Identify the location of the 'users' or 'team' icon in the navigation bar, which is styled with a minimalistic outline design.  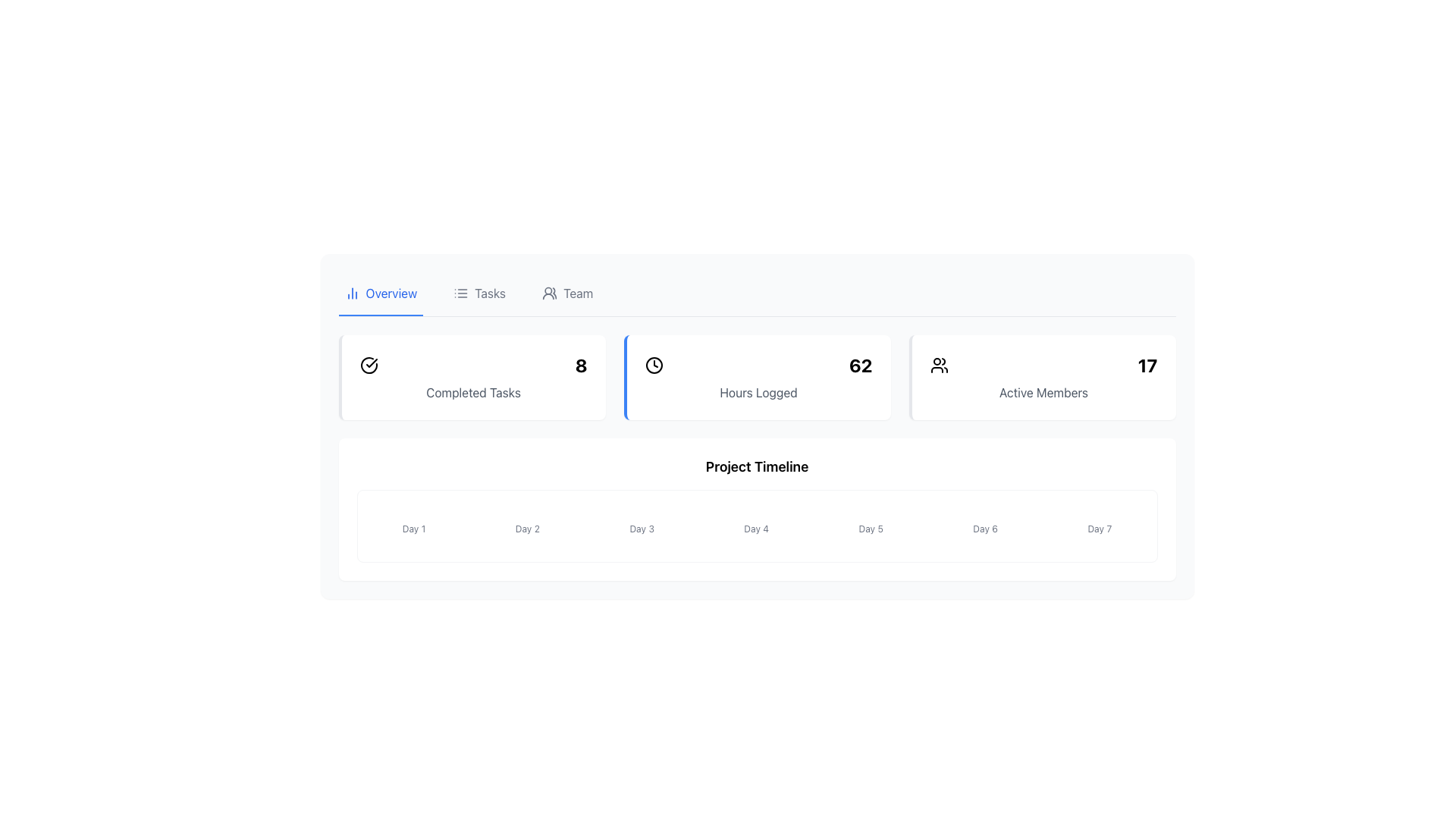
(548, 293).